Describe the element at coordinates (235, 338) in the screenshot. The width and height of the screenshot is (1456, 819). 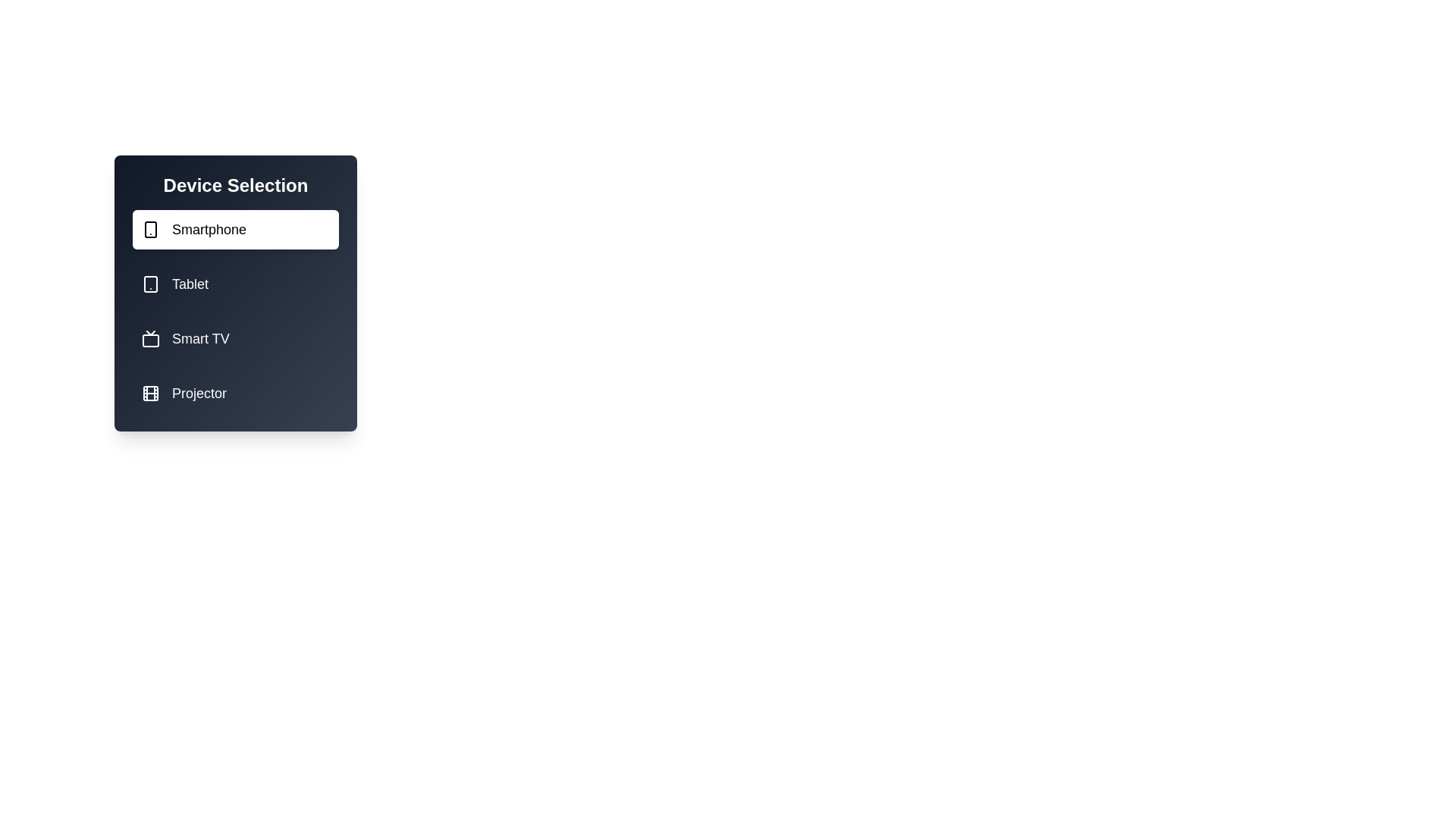
I see `the device corresponding to Smart TV by clicking on its icon or label` at that location.